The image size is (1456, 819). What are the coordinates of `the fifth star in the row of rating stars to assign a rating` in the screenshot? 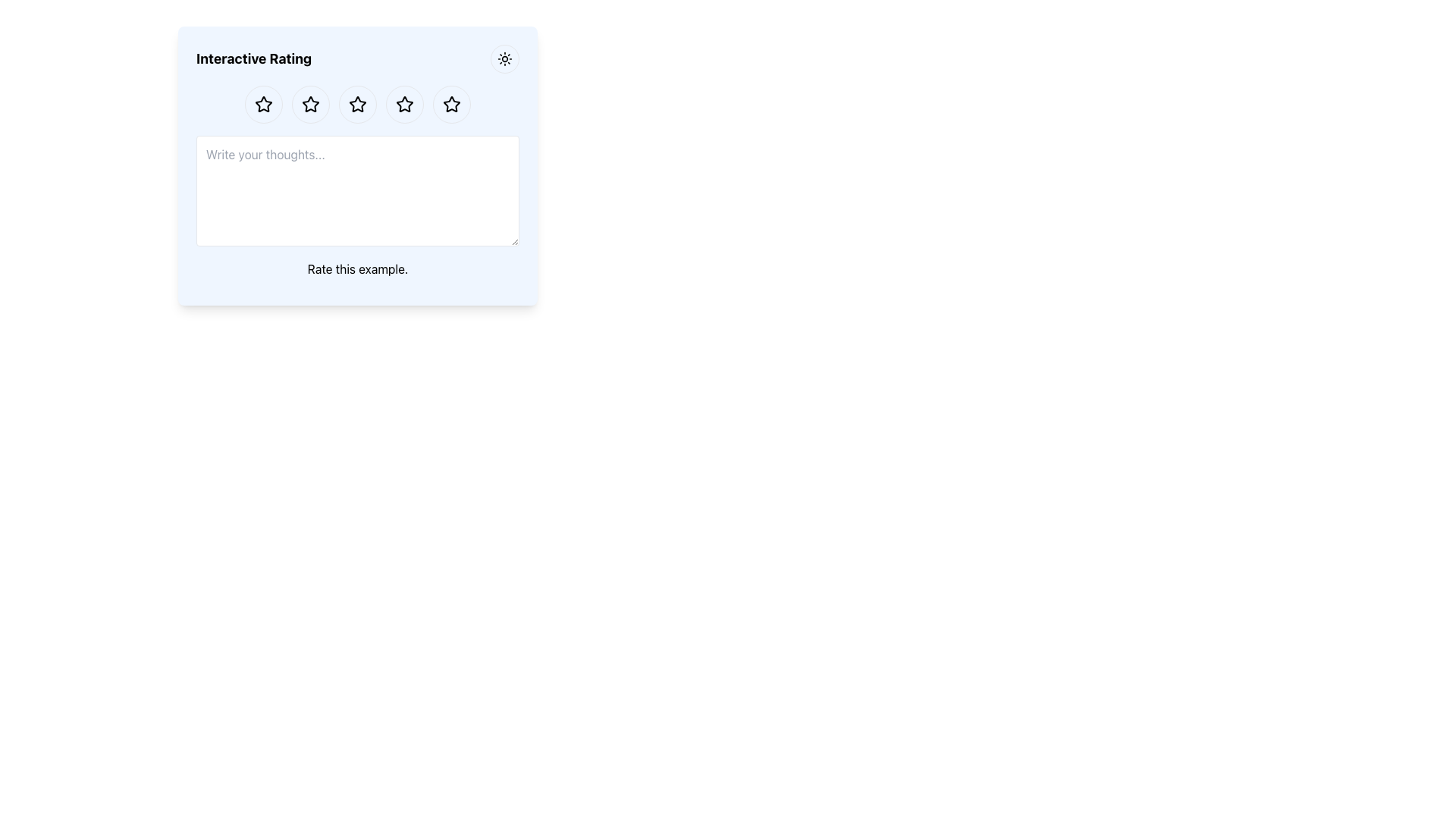 It's located at (450, 104).